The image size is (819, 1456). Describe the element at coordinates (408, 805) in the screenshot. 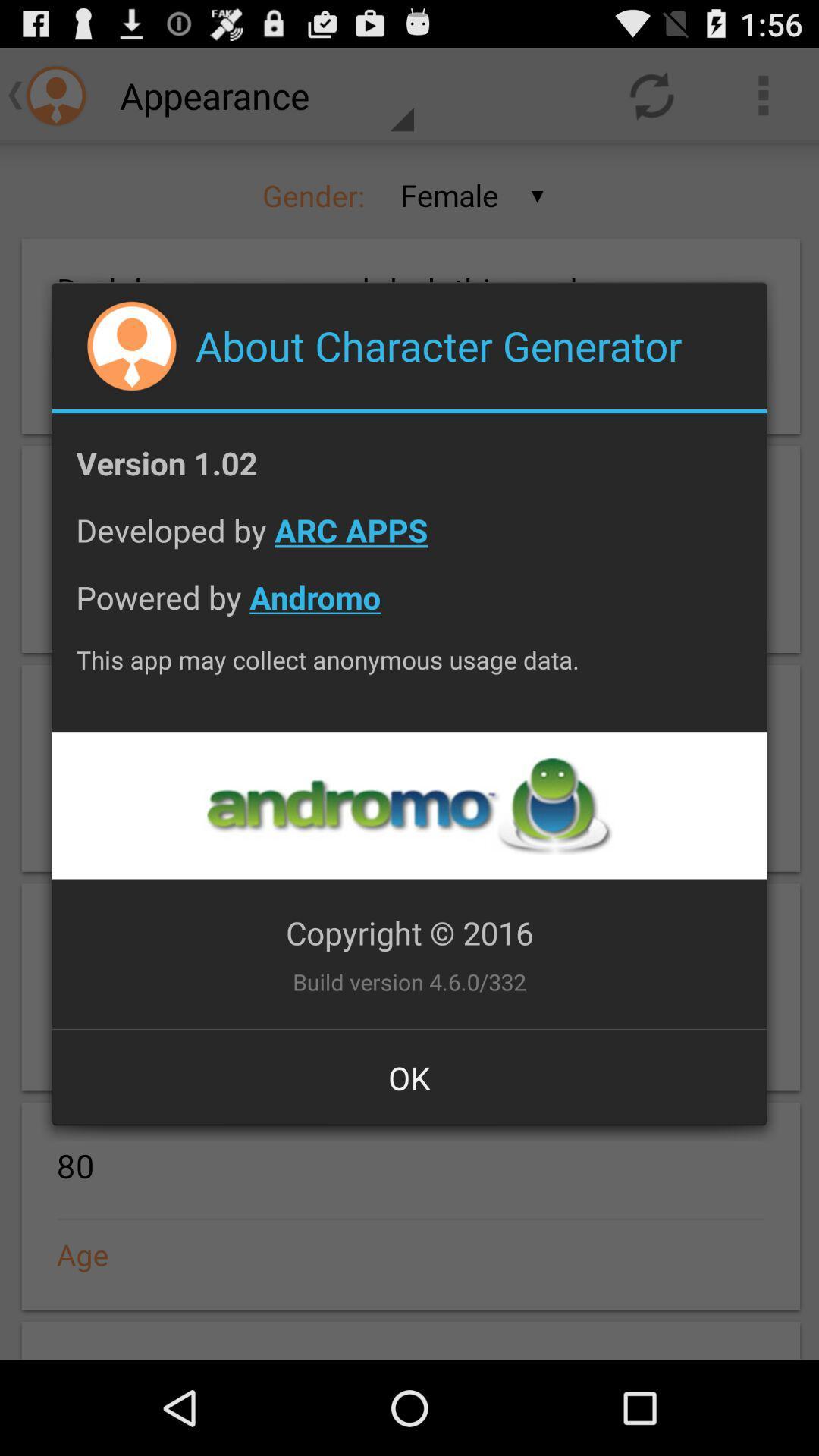

I see `andromo page` at that location.